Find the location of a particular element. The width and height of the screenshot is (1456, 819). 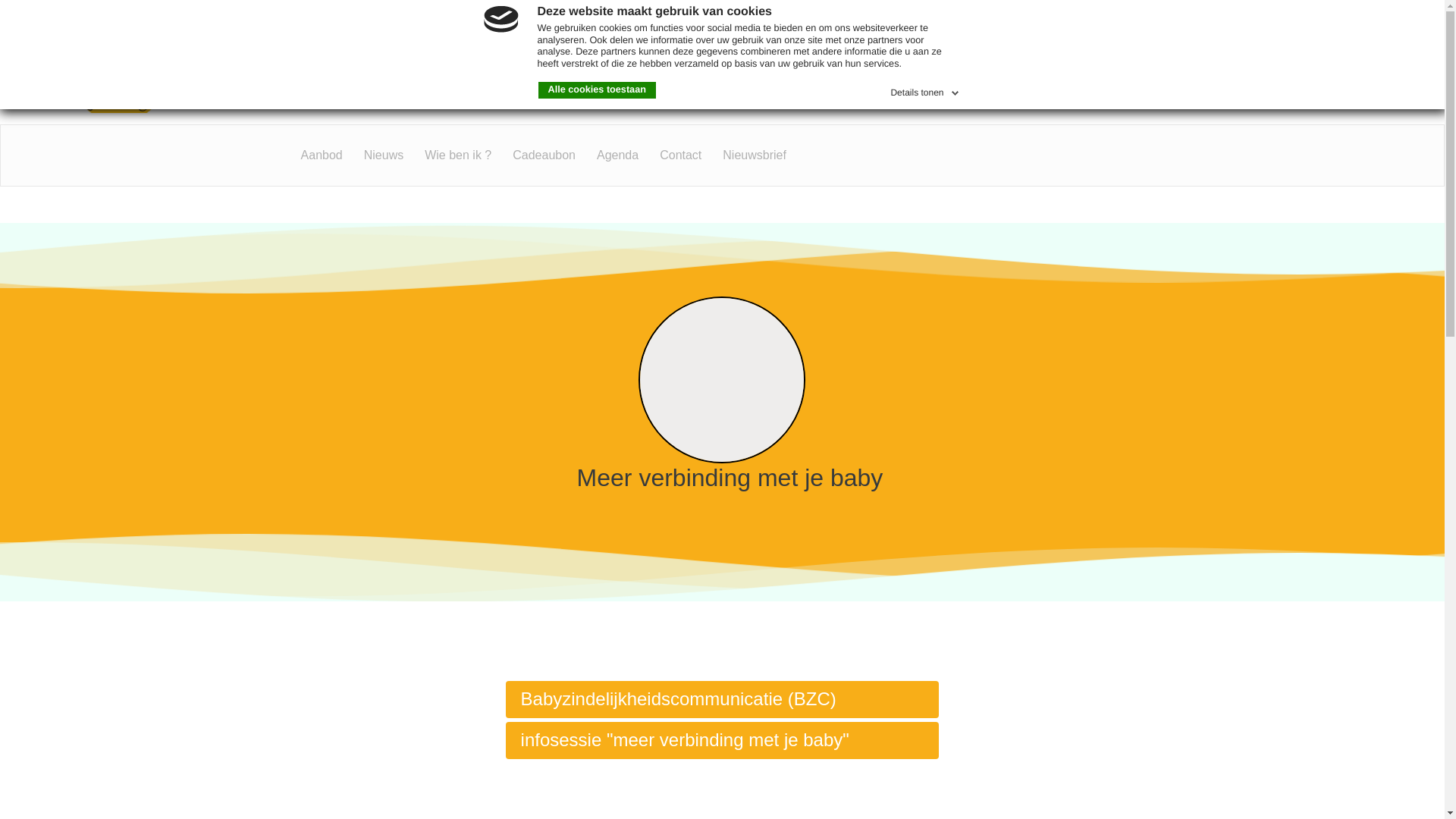

'Nieuws' is located at coordinates (364, 155).